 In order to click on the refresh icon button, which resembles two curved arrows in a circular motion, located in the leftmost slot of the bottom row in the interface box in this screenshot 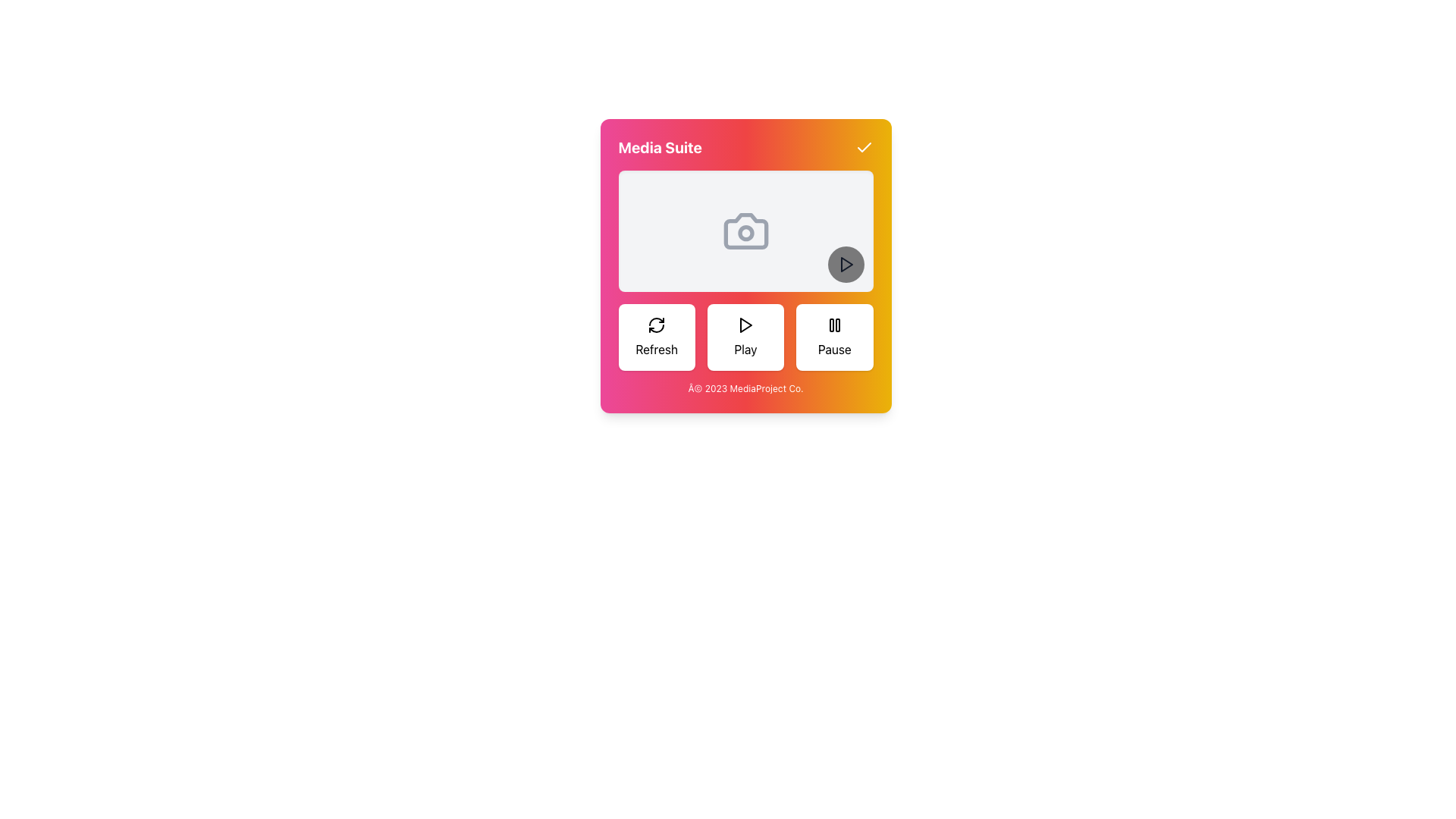, I will do `click(657, 324)`.